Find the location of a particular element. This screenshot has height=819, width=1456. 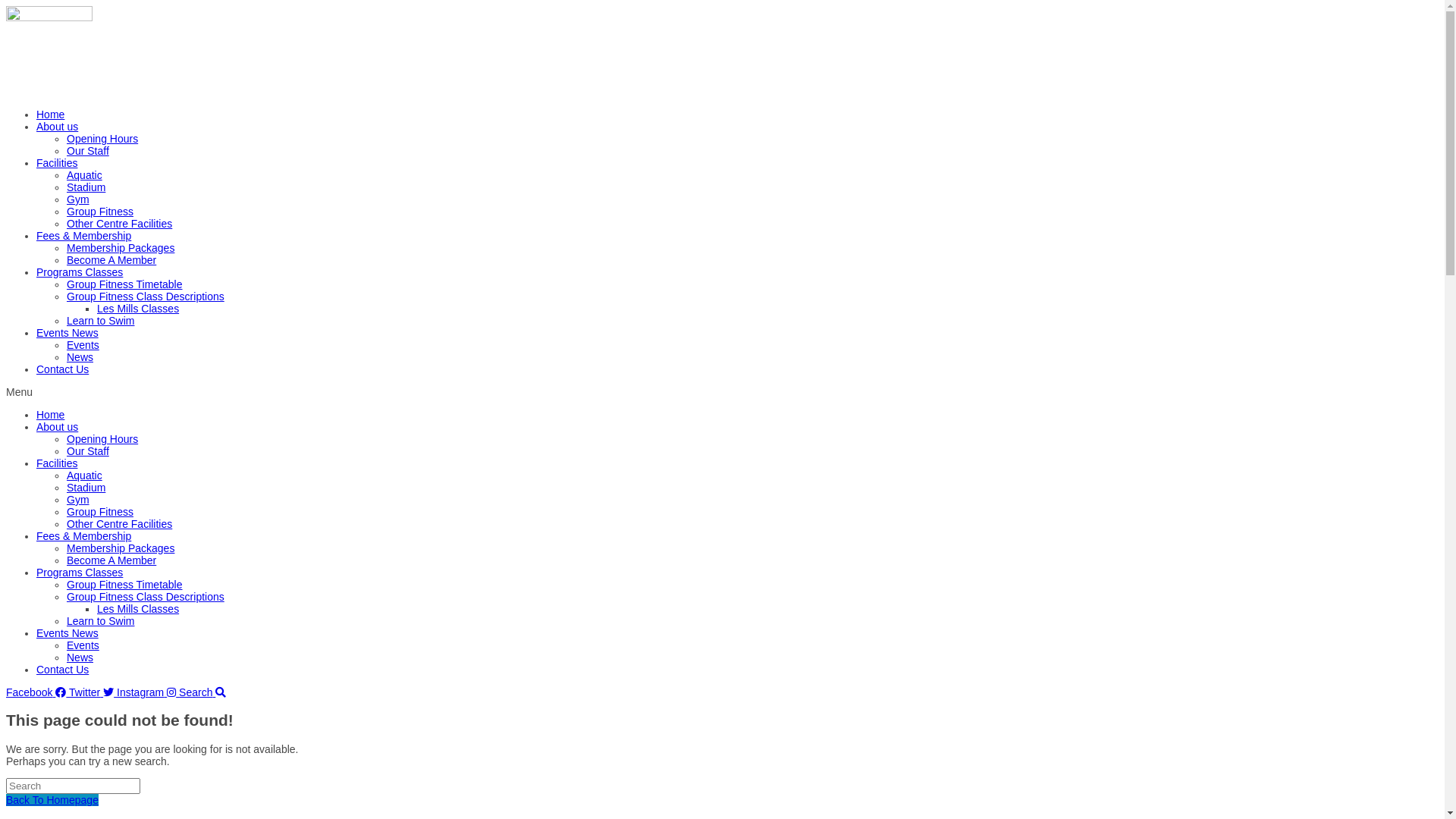

'Twitter' is located at coordinates (92, 692).